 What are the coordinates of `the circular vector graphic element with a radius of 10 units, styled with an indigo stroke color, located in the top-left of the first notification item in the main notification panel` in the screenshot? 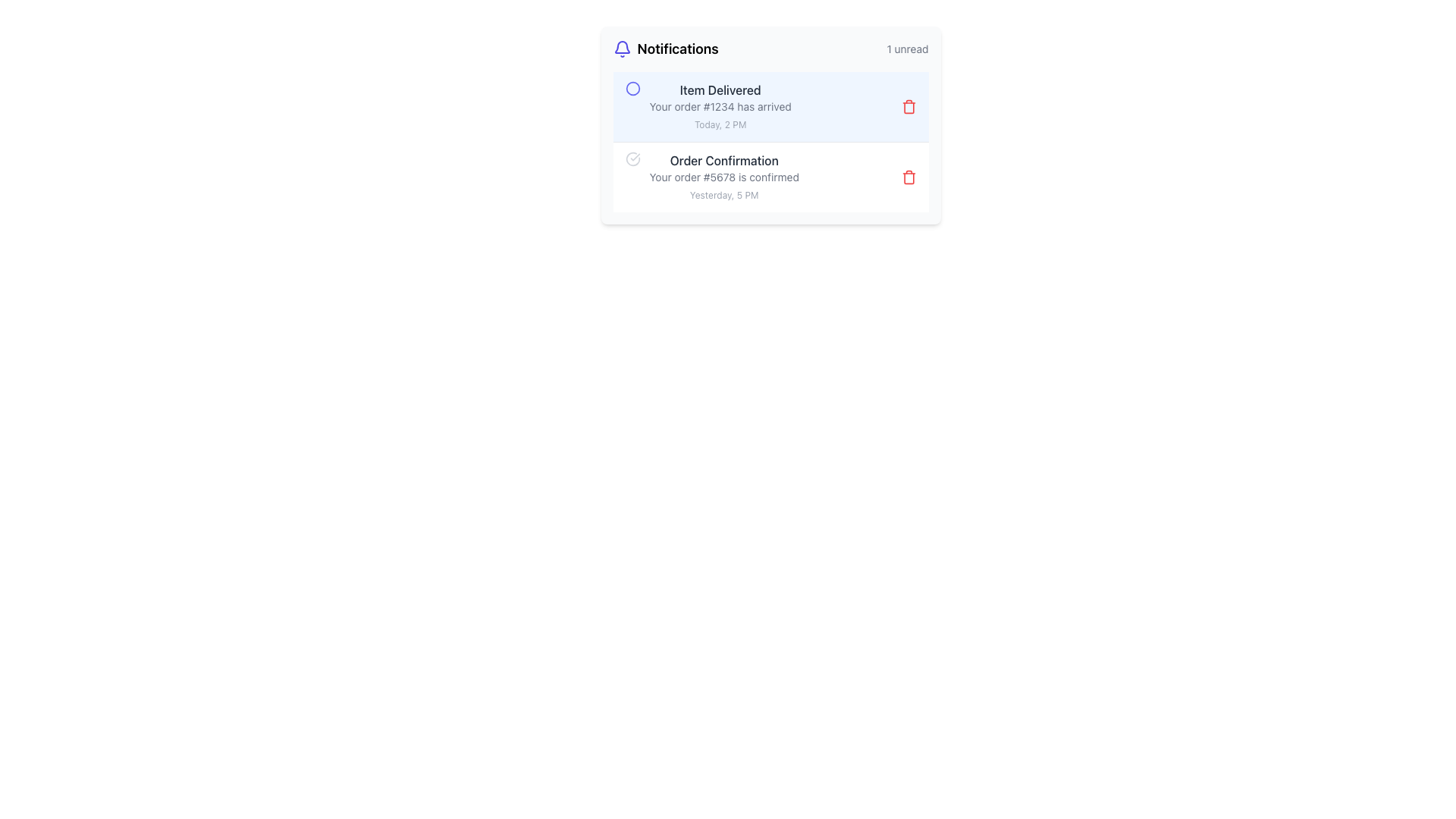 It's located at (632, 88).